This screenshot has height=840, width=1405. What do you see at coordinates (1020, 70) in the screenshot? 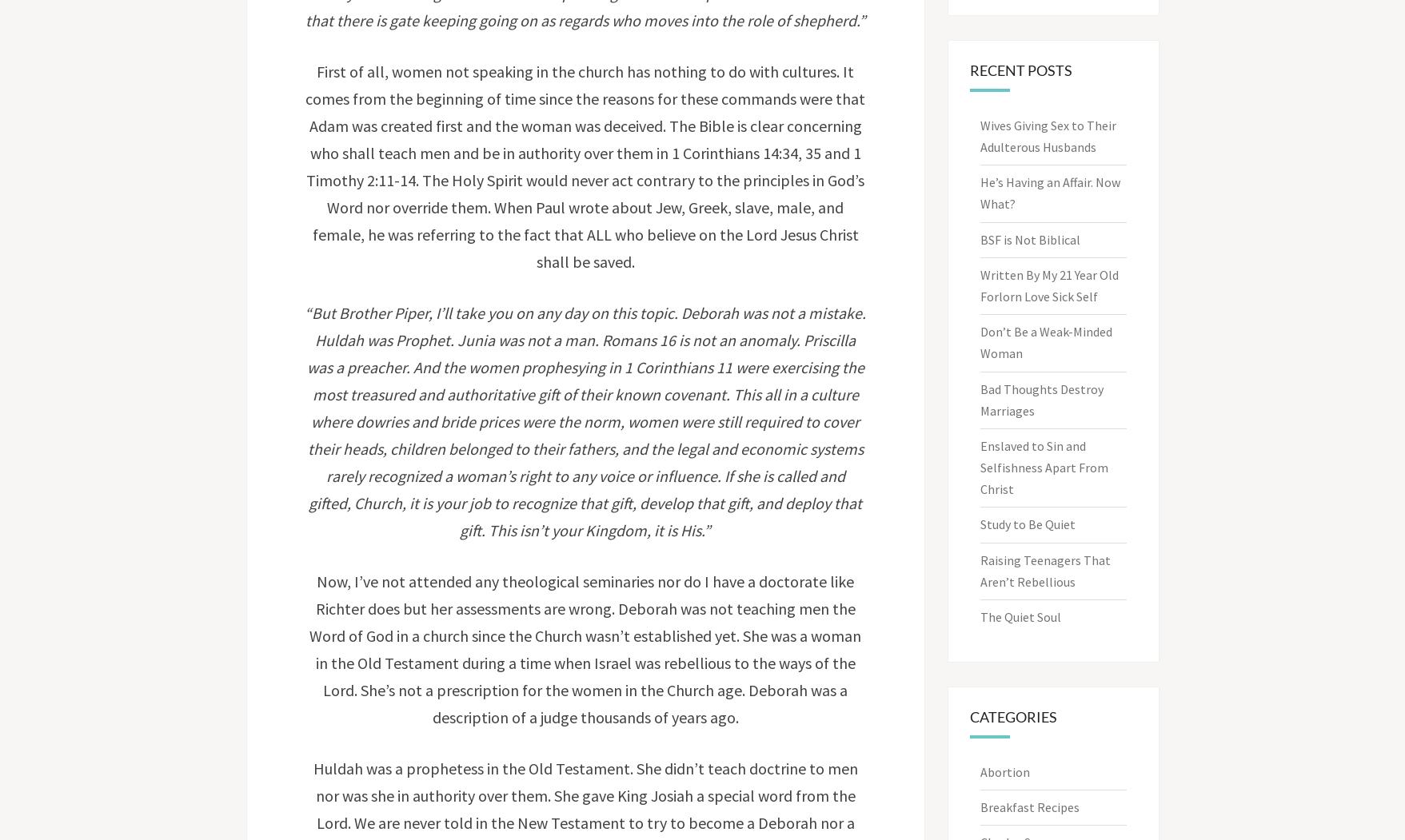
I see `'Recent Posts'` at bounding box center [1020, 70].